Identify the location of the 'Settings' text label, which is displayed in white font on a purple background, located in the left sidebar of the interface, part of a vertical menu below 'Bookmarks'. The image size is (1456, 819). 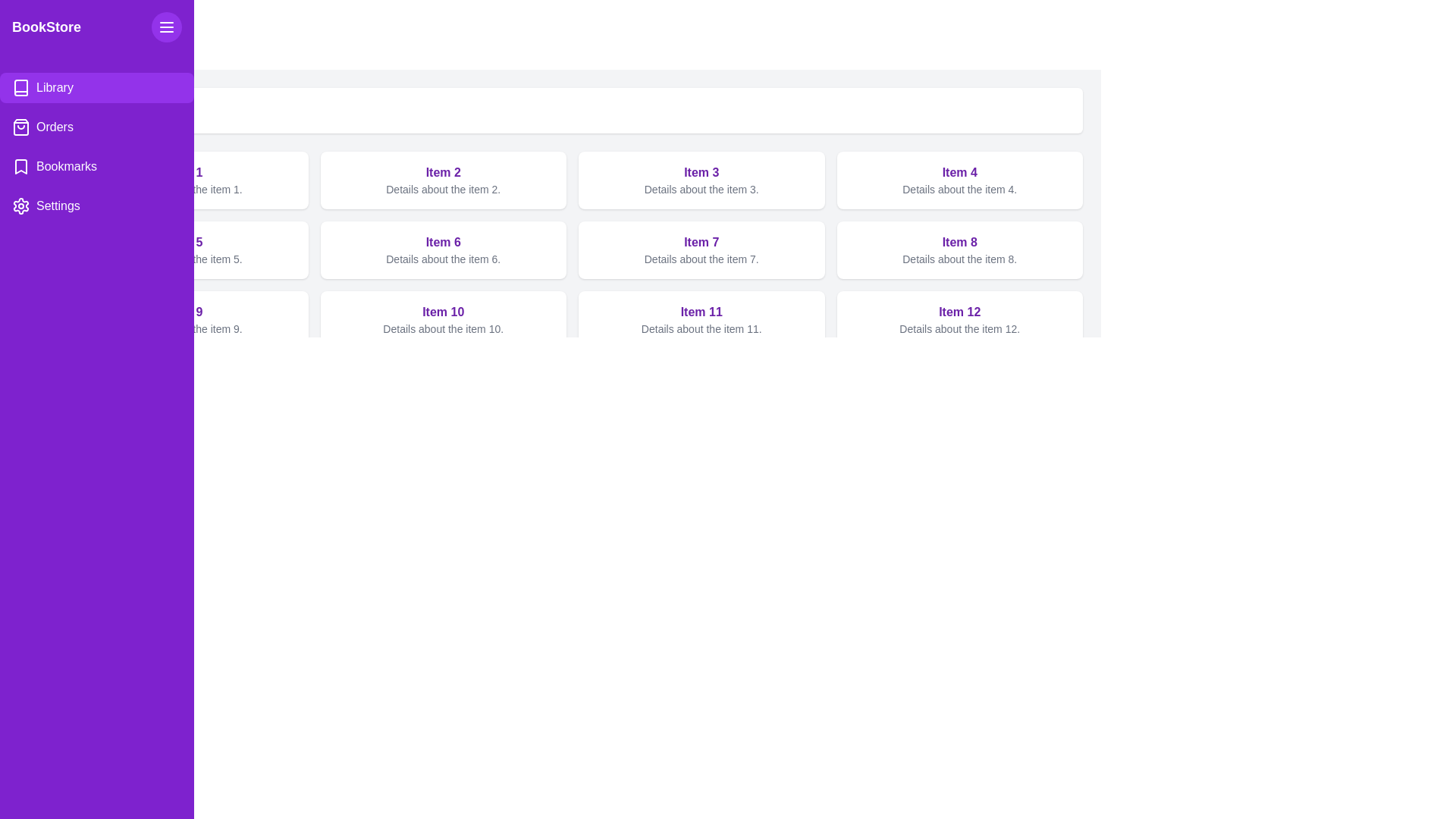
(58, 206).